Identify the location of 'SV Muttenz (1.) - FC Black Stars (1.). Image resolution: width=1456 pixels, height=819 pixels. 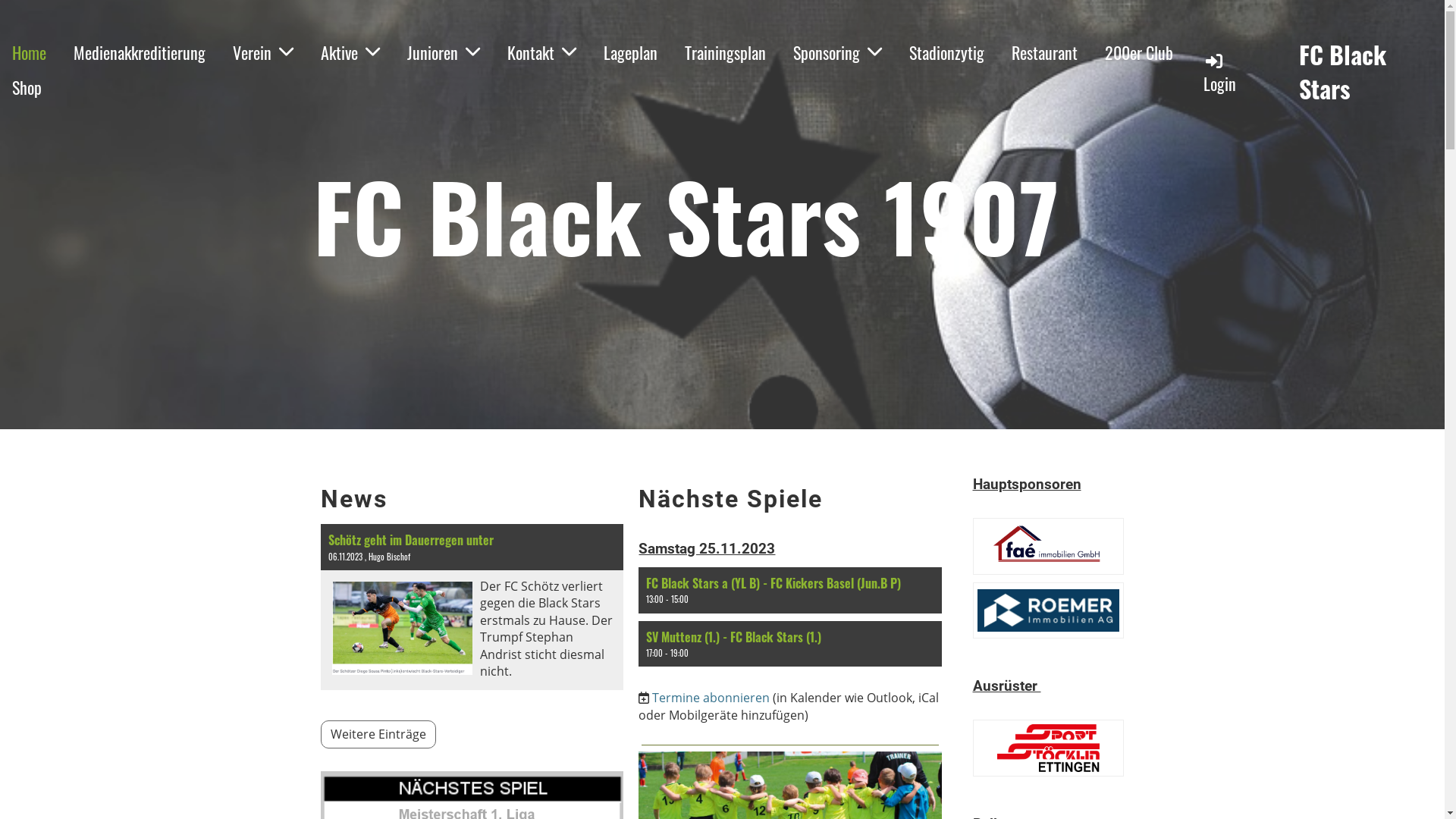
(789, 644).